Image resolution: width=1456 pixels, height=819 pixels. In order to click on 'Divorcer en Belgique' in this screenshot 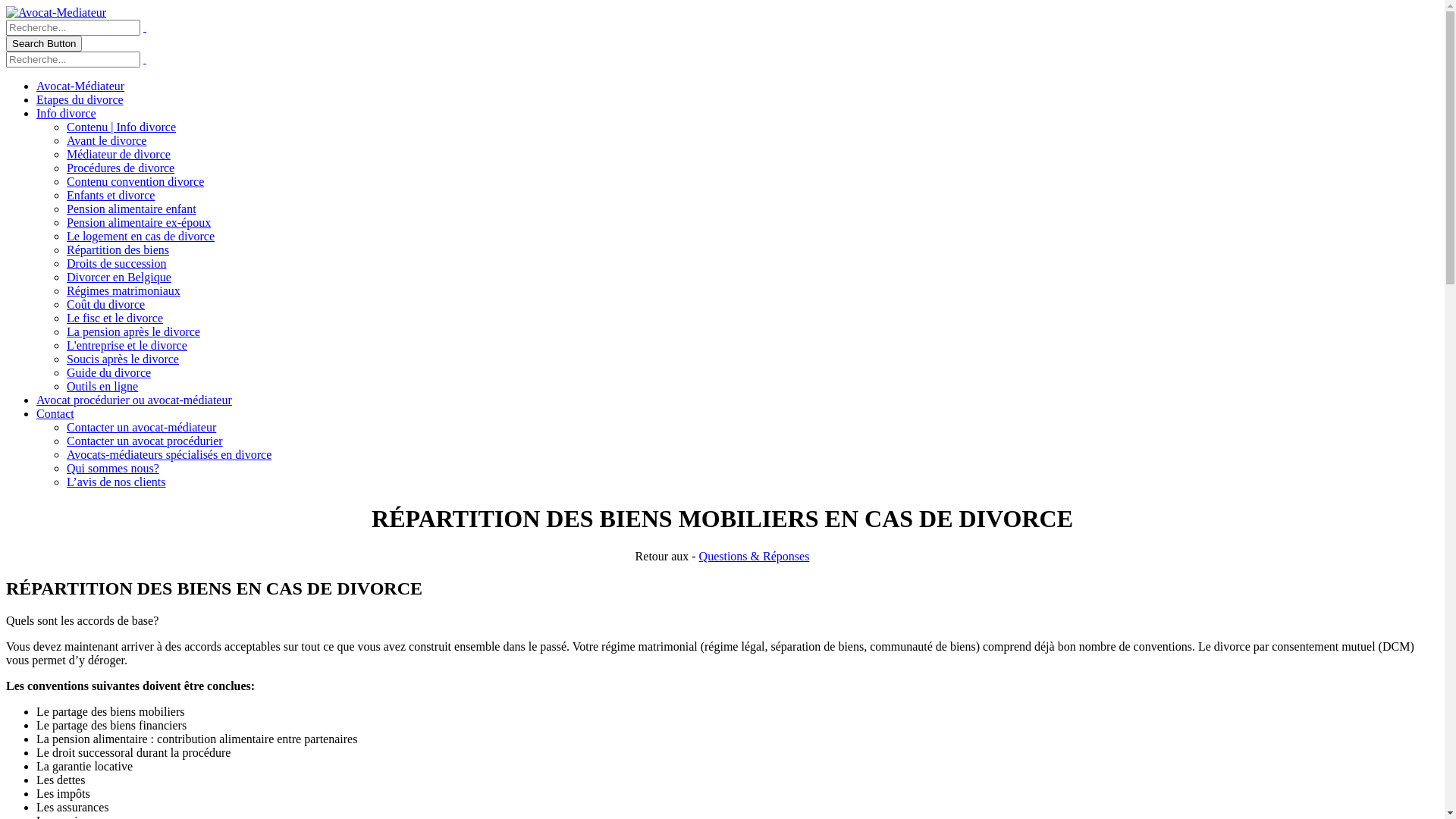, I will do `click(118, 277)`.